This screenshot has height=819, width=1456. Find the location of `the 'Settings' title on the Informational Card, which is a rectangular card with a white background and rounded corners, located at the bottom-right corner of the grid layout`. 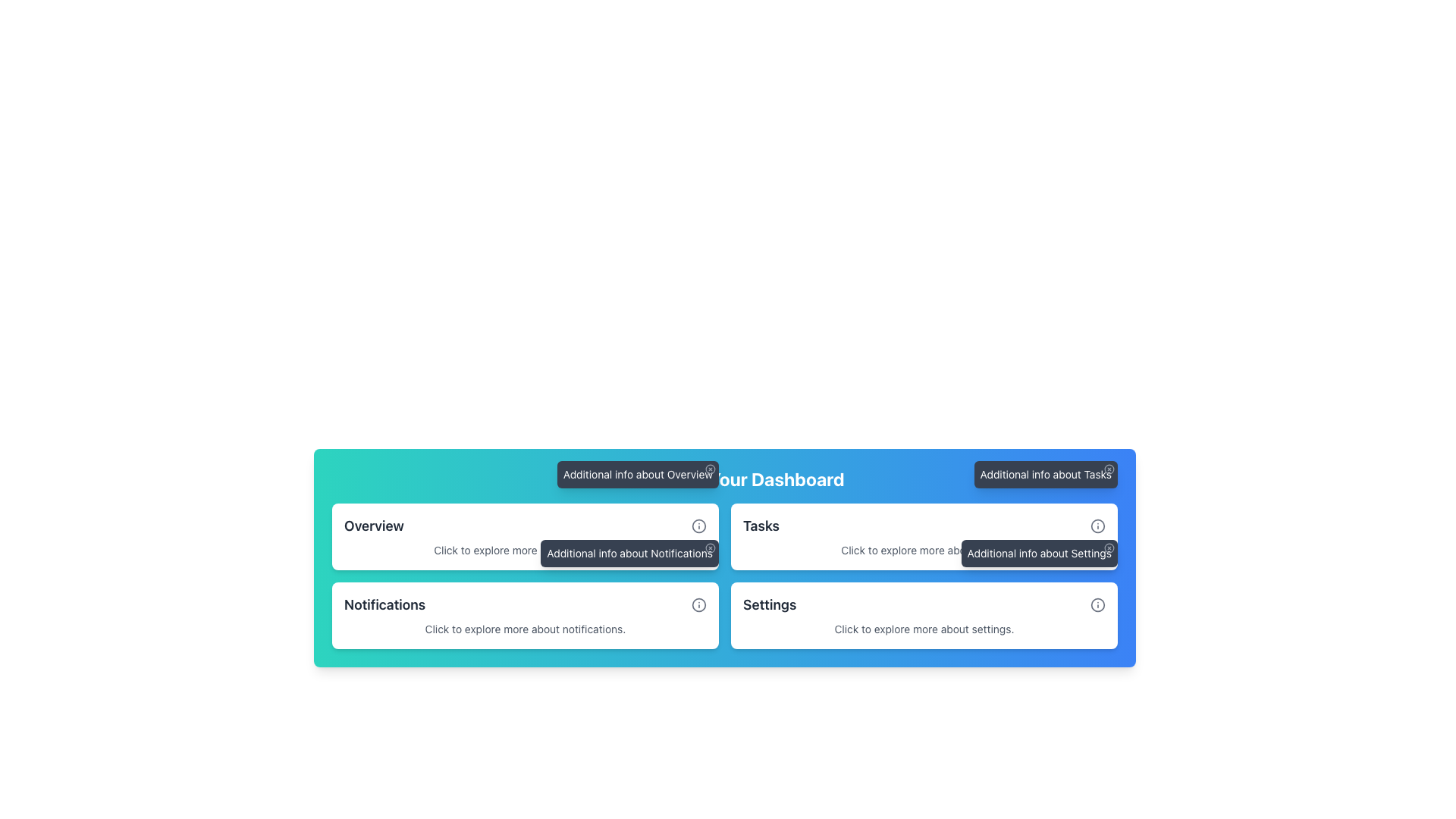

the 'Settings' title on the Informational Card, which is a rectangular card with a white background and rounded corners, located at the bottom-right corner of the grid layout is located at coordinates (924, 616).